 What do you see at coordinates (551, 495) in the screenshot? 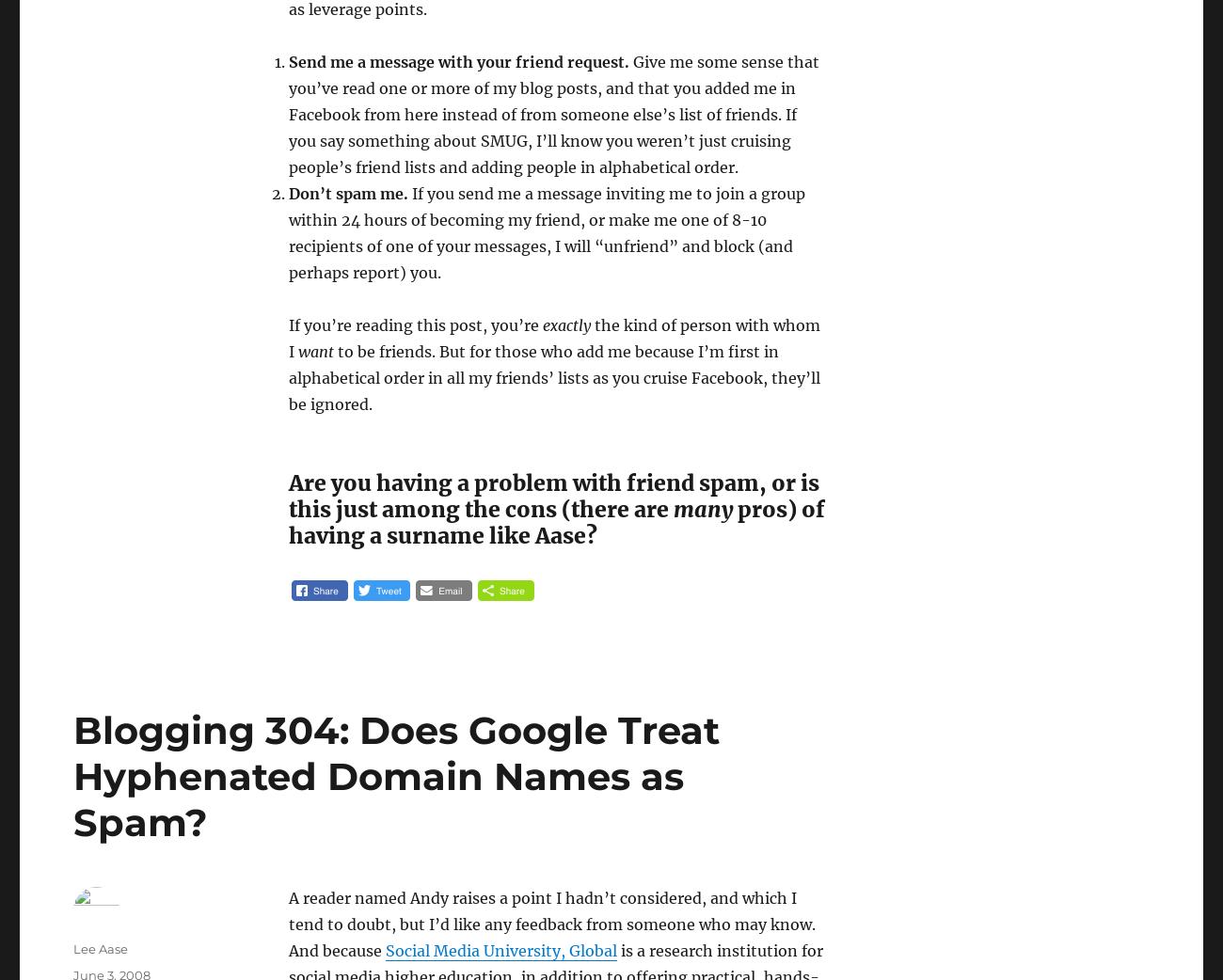
I see `'Are you having a problem with friend spam, or is this just among the cons (there are'` at bounding box center [551, 495].